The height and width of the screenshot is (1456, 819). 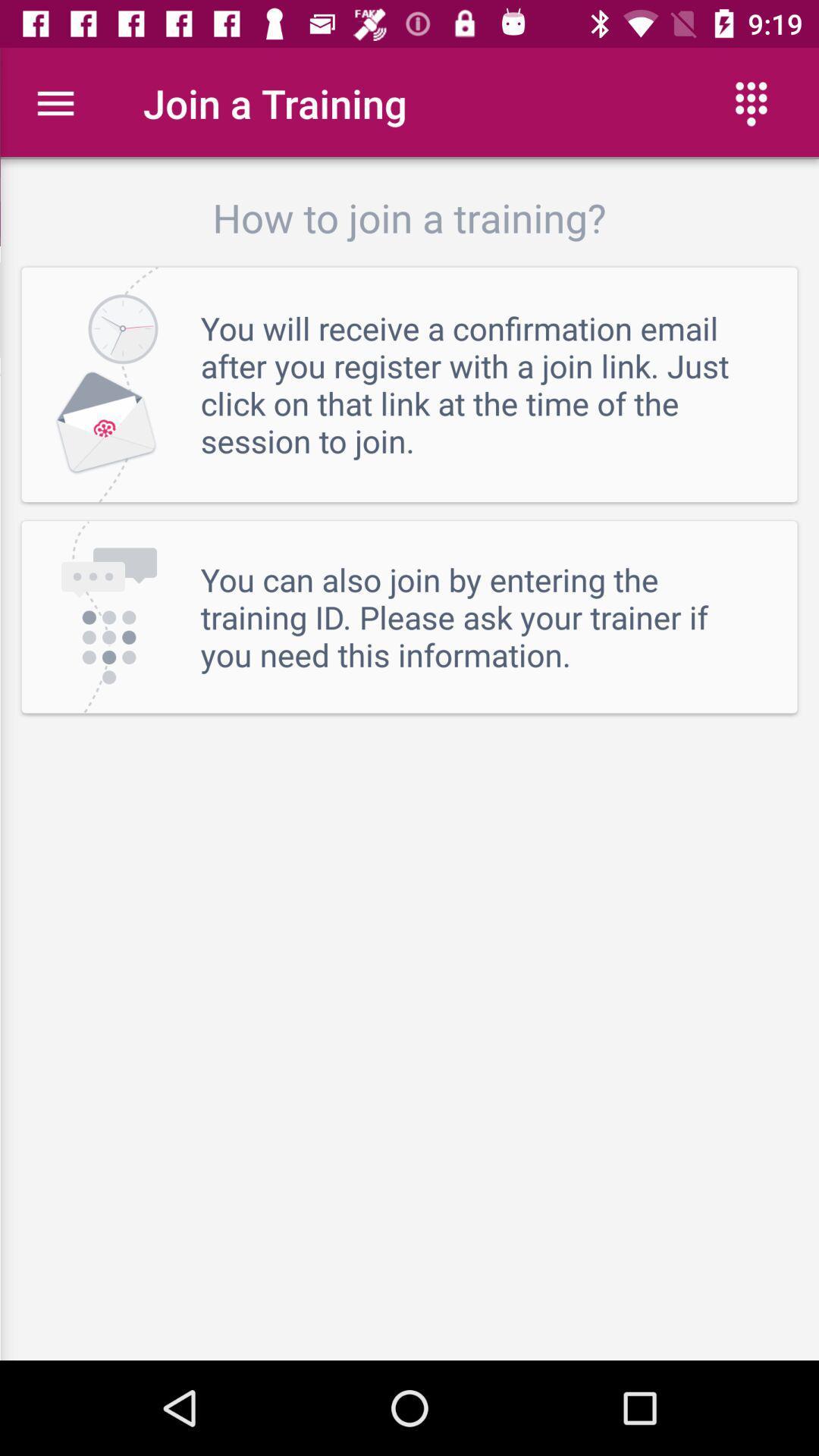 I want to click on the item next to join a training item, so click(x=55, y=102).